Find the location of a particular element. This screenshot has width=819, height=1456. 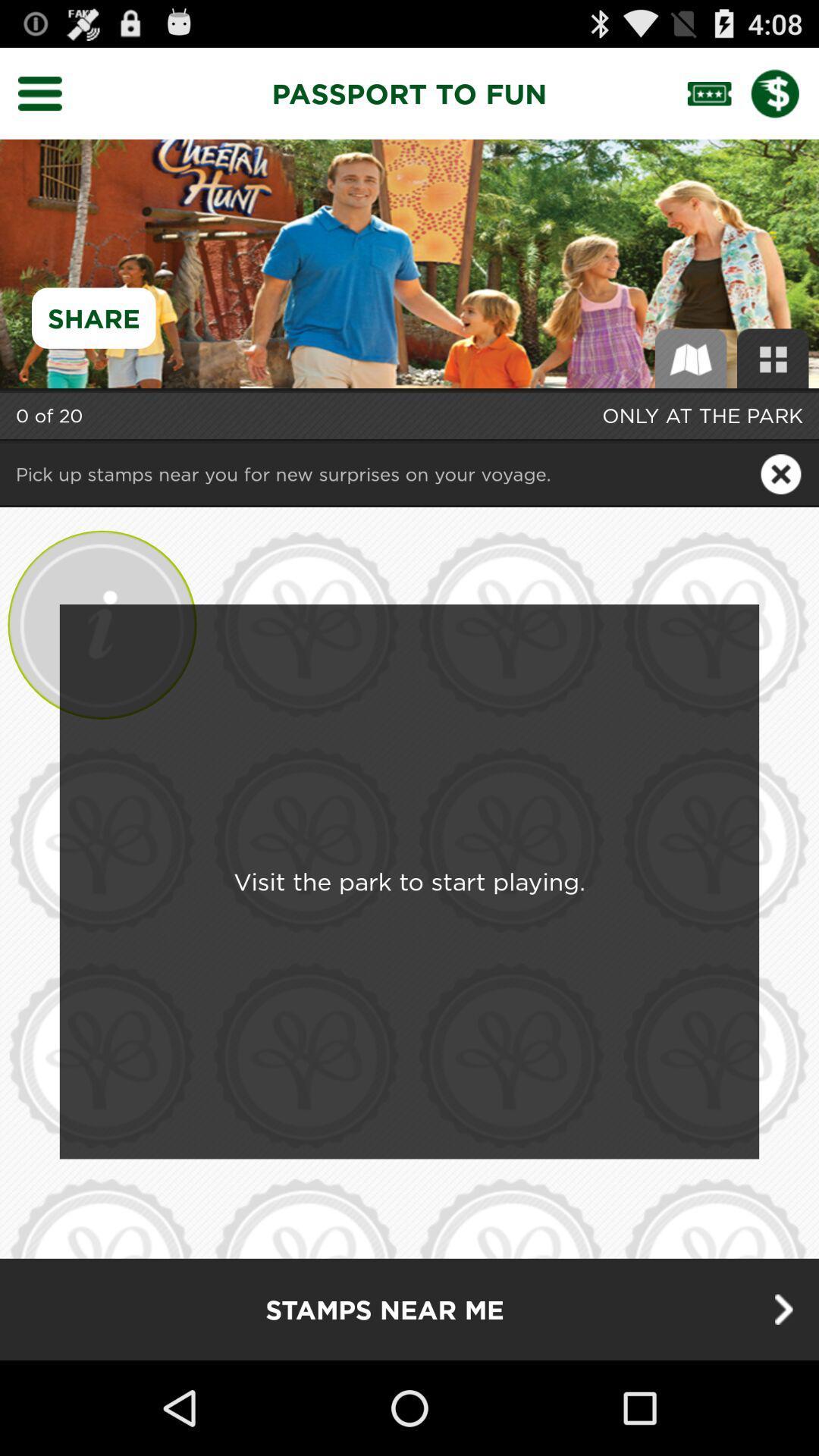

the menu icon is located at coordinates (49, 99).